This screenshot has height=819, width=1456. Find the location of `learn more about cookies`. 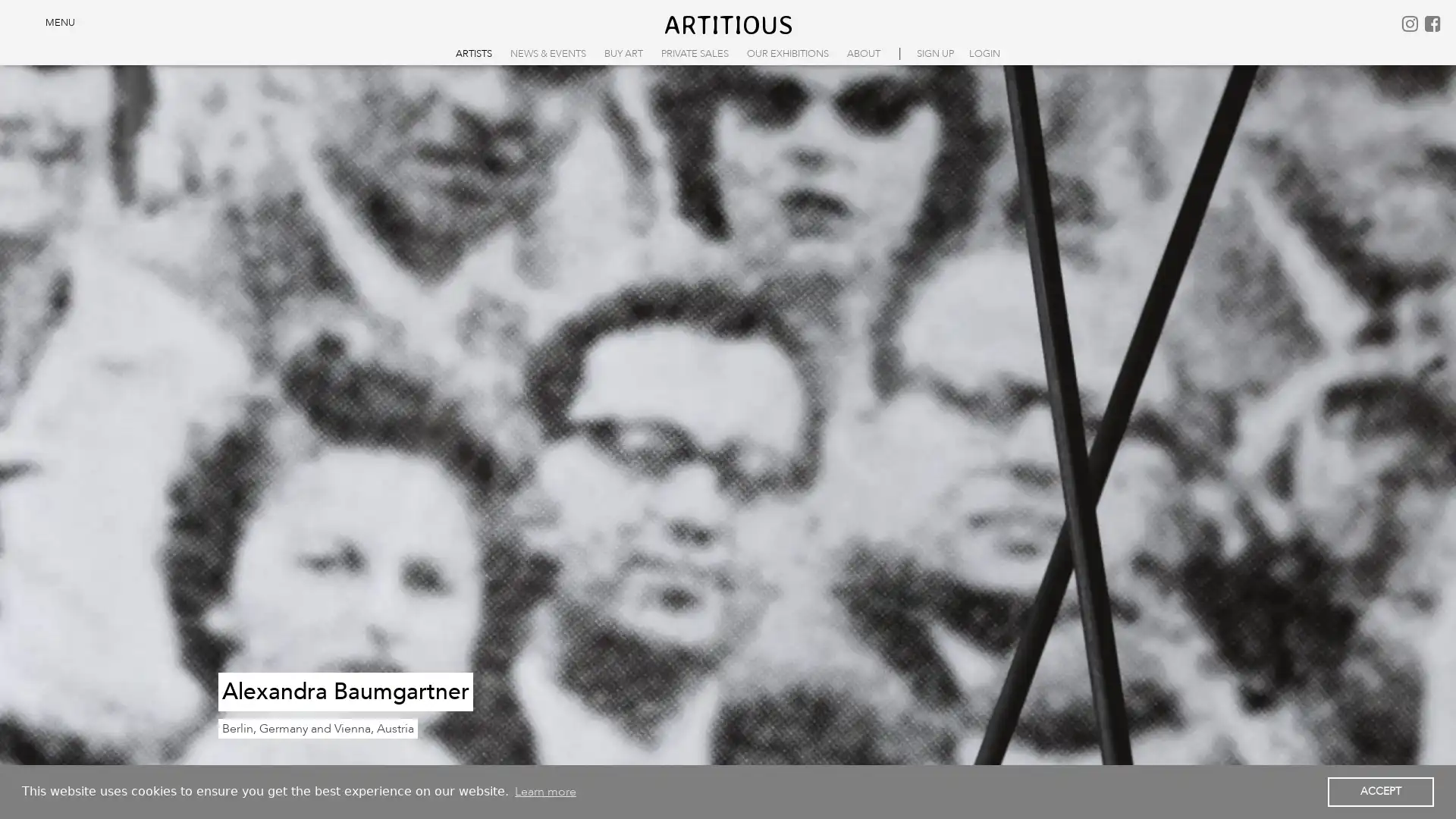

learn more about cookies is located at coordinates (545, 791).